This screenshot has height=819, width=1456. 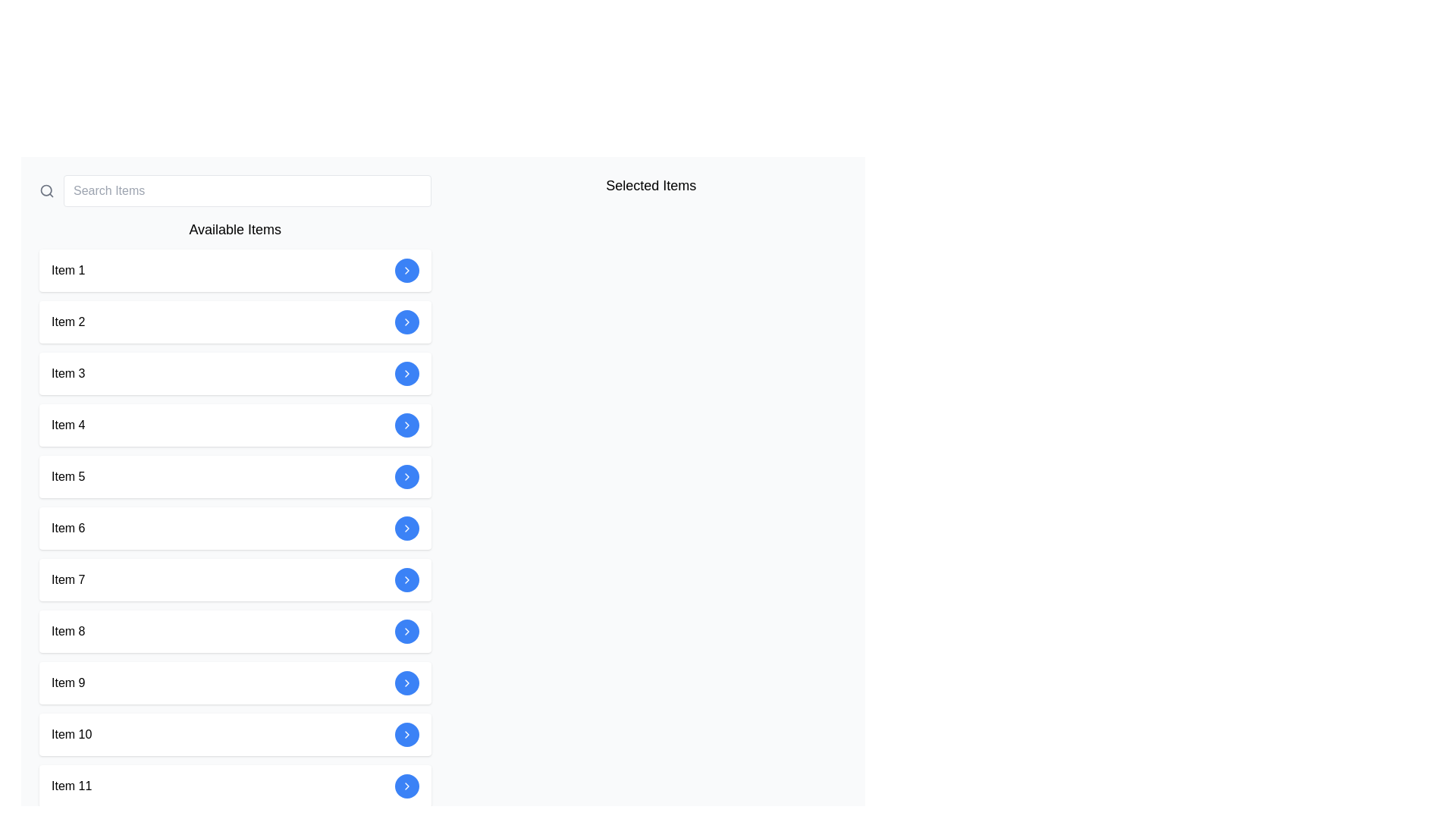 What do you see at coordinates (406, 579) in the screenshot?
I see `the central graphic arrow in the button associated with 'Item 7' in the 'Available Items' list to provide visual feedback` at bounding box center [406, 579].